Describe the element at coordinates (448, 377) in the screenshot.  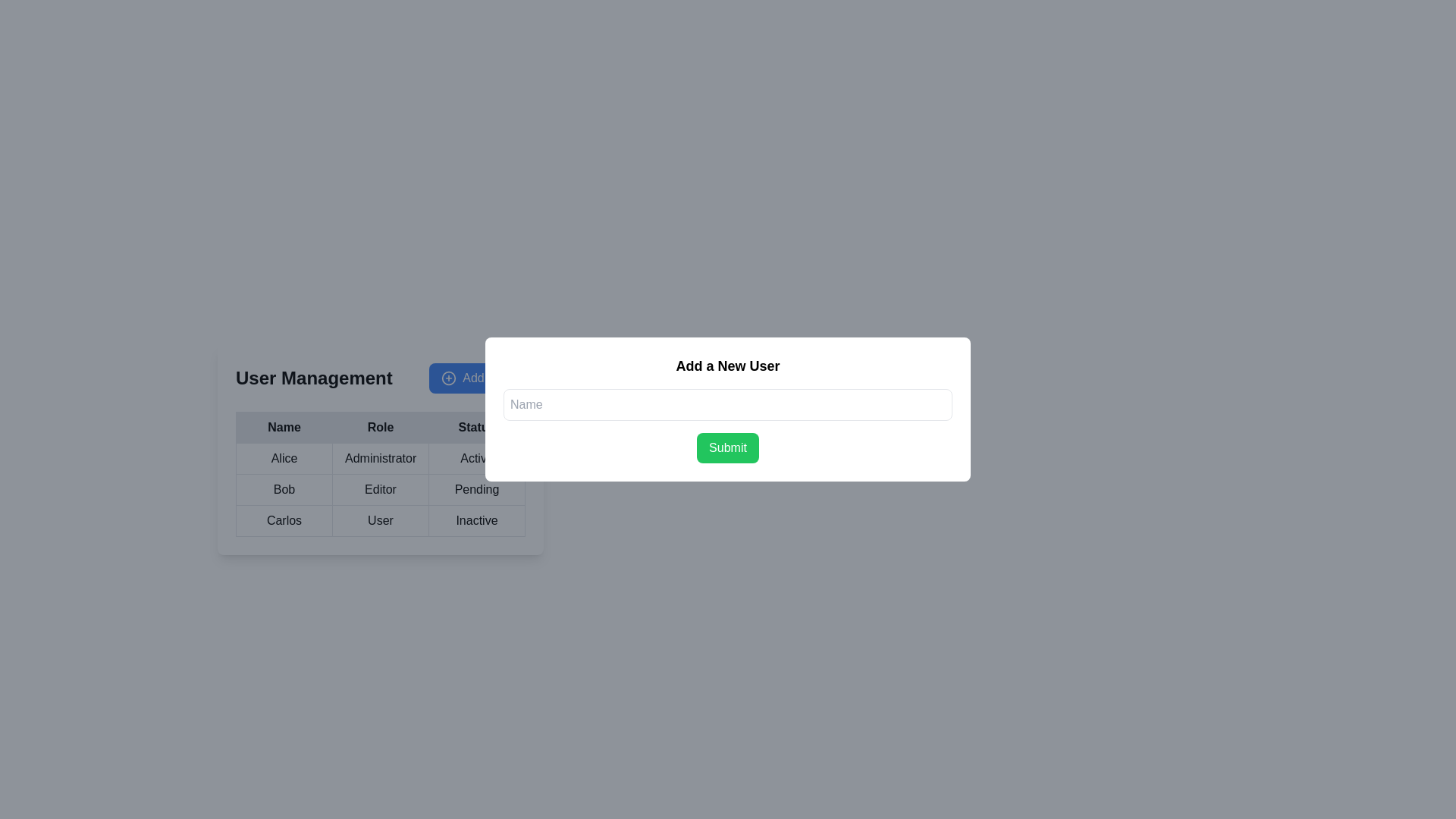
I see `the circular plus icon that represents the 'add' functionality in the User Management section of the interface` at that location.